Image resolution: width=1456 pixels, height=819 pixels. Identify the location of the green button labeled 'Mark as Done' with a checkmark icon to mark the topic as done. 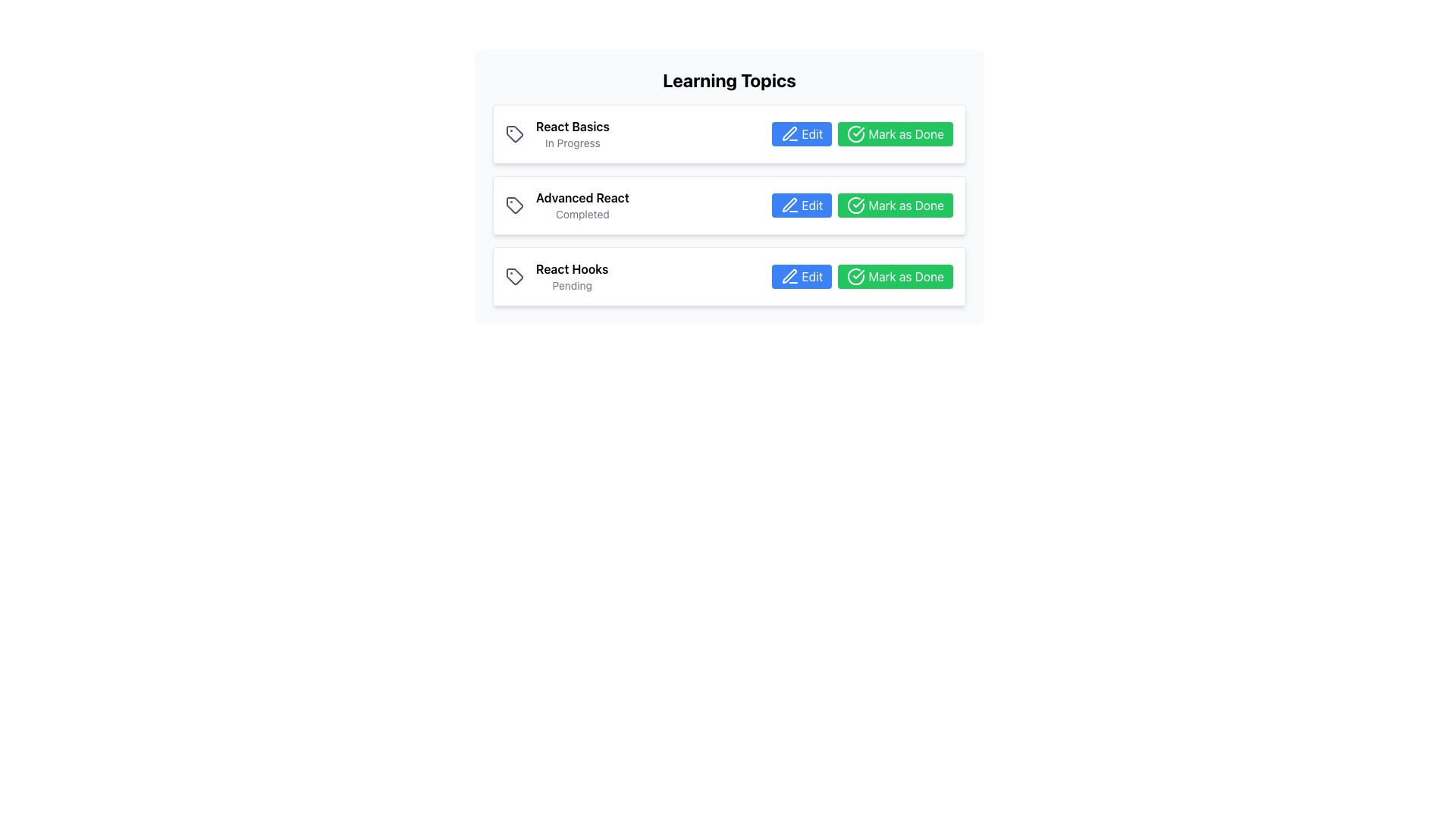
(896, 205).